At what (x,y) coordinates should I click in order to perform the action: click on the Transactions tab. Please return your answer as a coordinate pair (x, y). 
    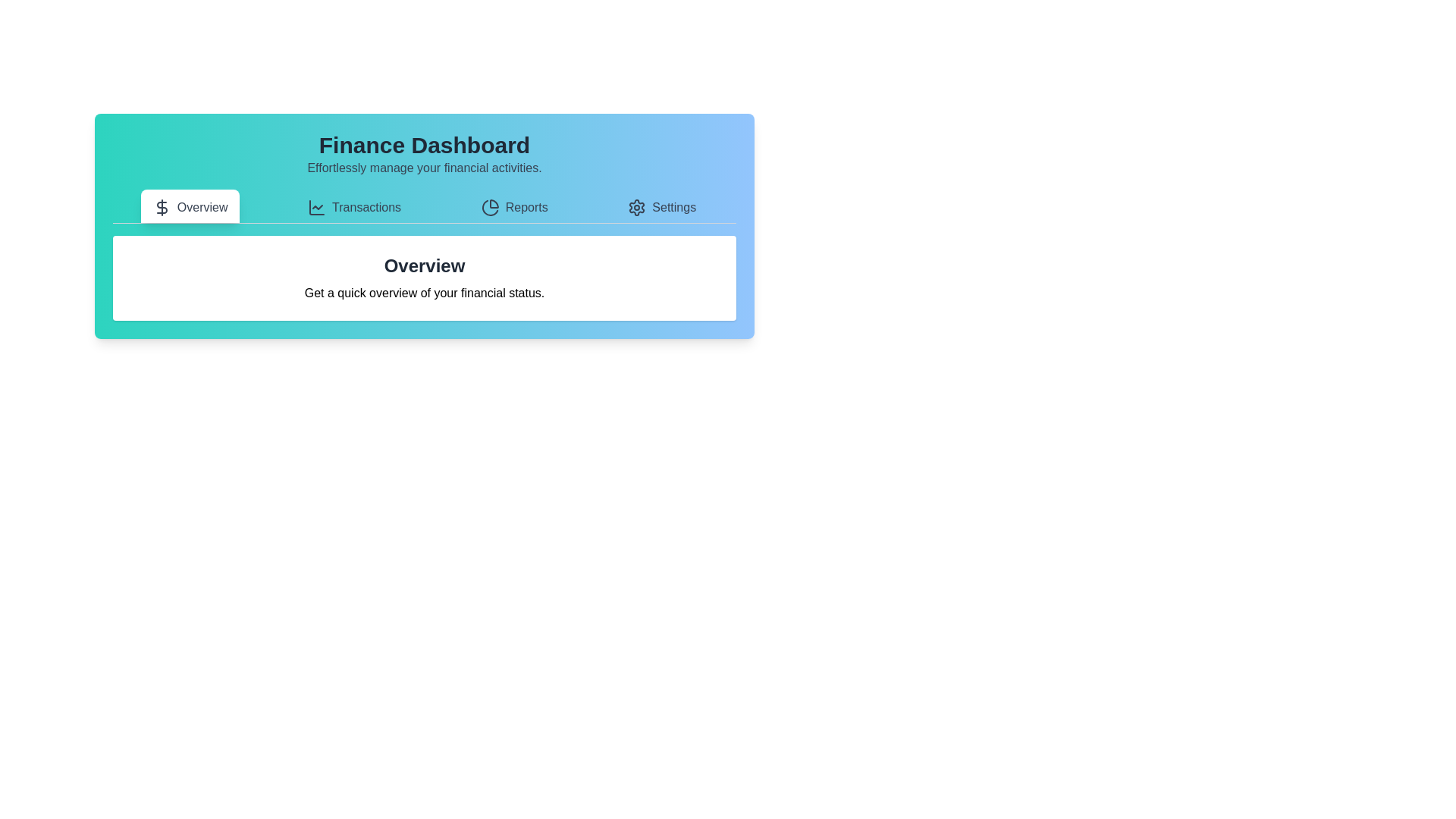
    Looking at the image, I should click on (353, 206).